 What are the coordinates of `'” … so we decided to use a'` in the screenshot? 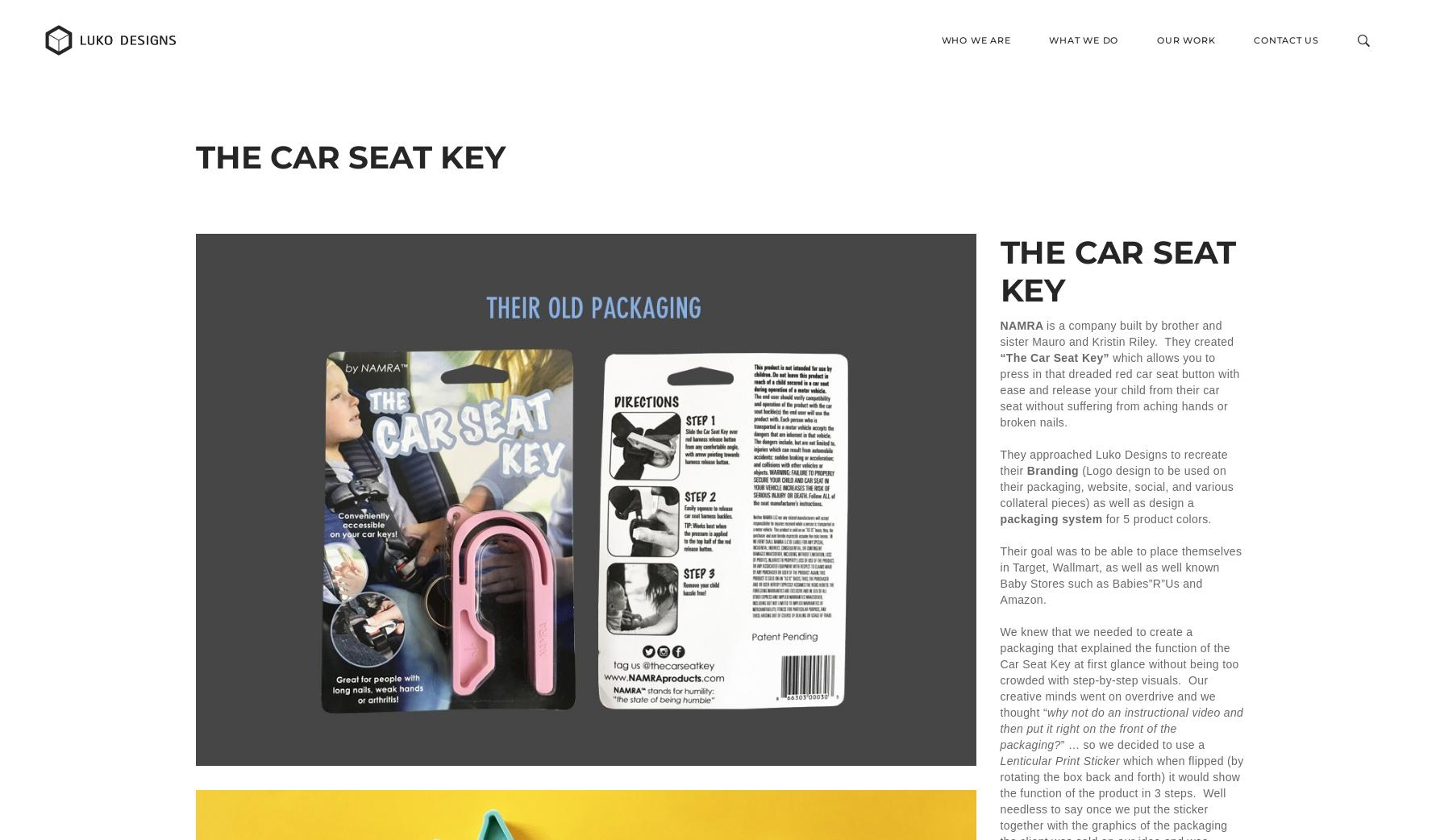 It's located at (1131, 743).